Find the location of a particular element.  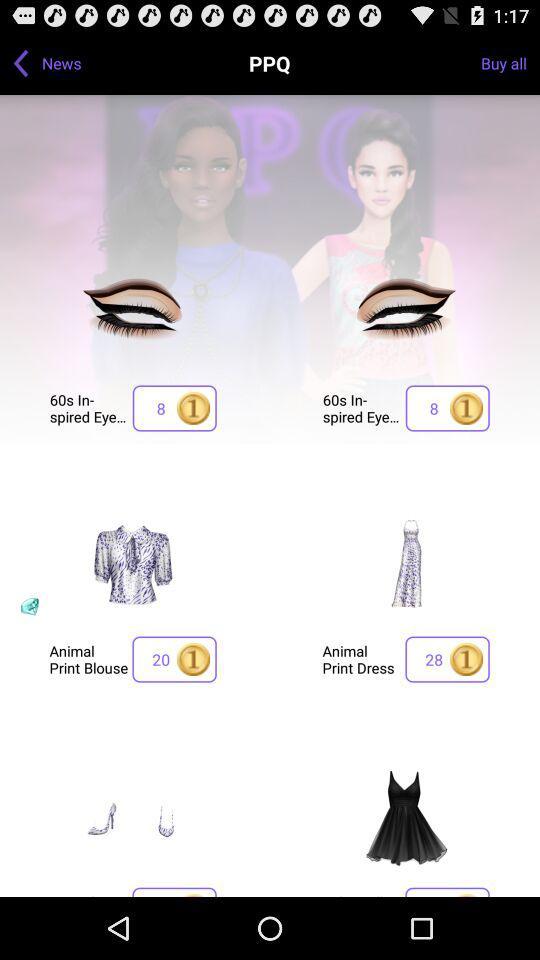

the second image on right is located at coordinates (405, 566).